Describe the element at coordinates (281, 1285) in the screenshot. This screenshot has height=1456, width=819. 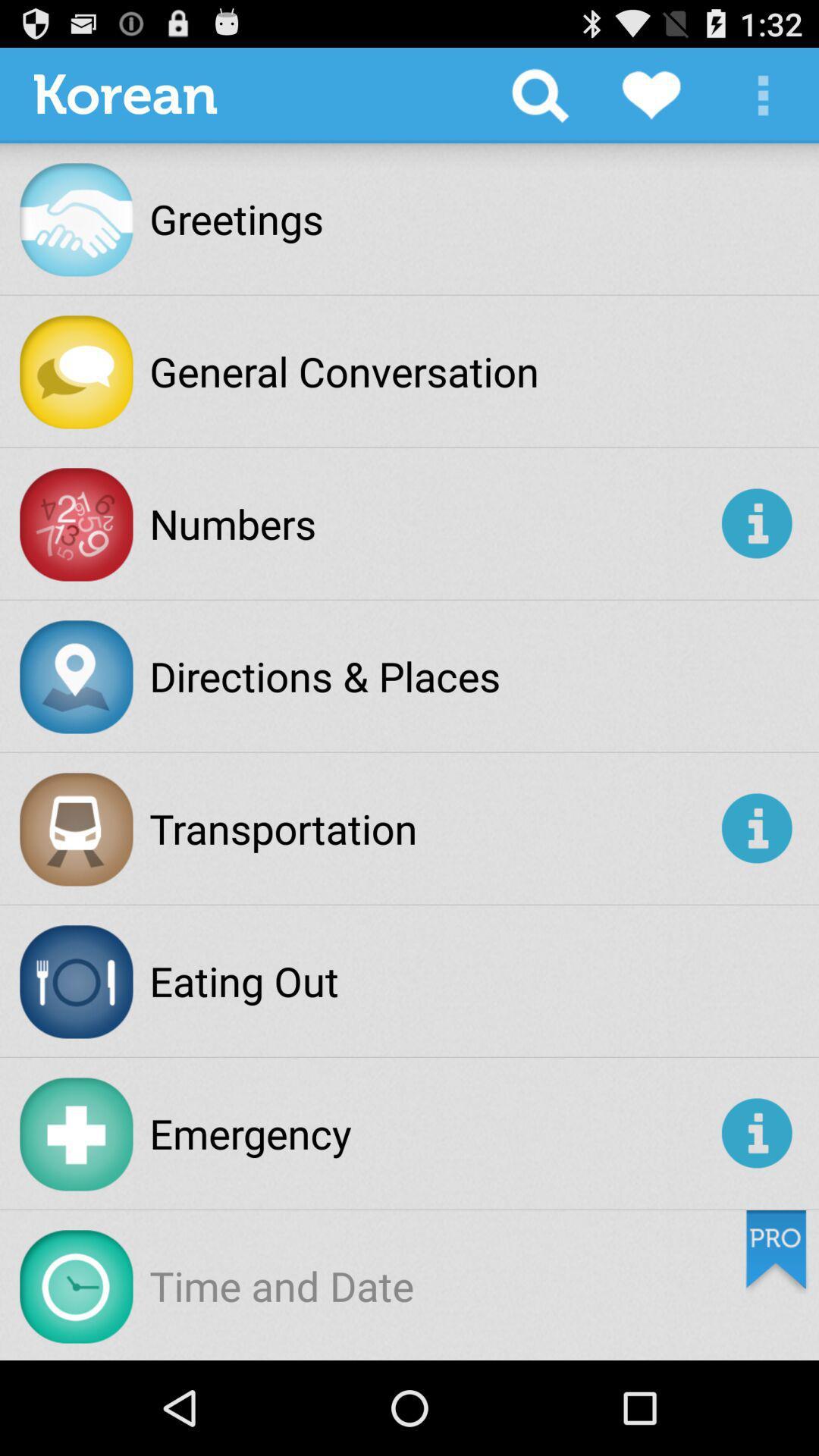
I see `the time and date icon` at that location.